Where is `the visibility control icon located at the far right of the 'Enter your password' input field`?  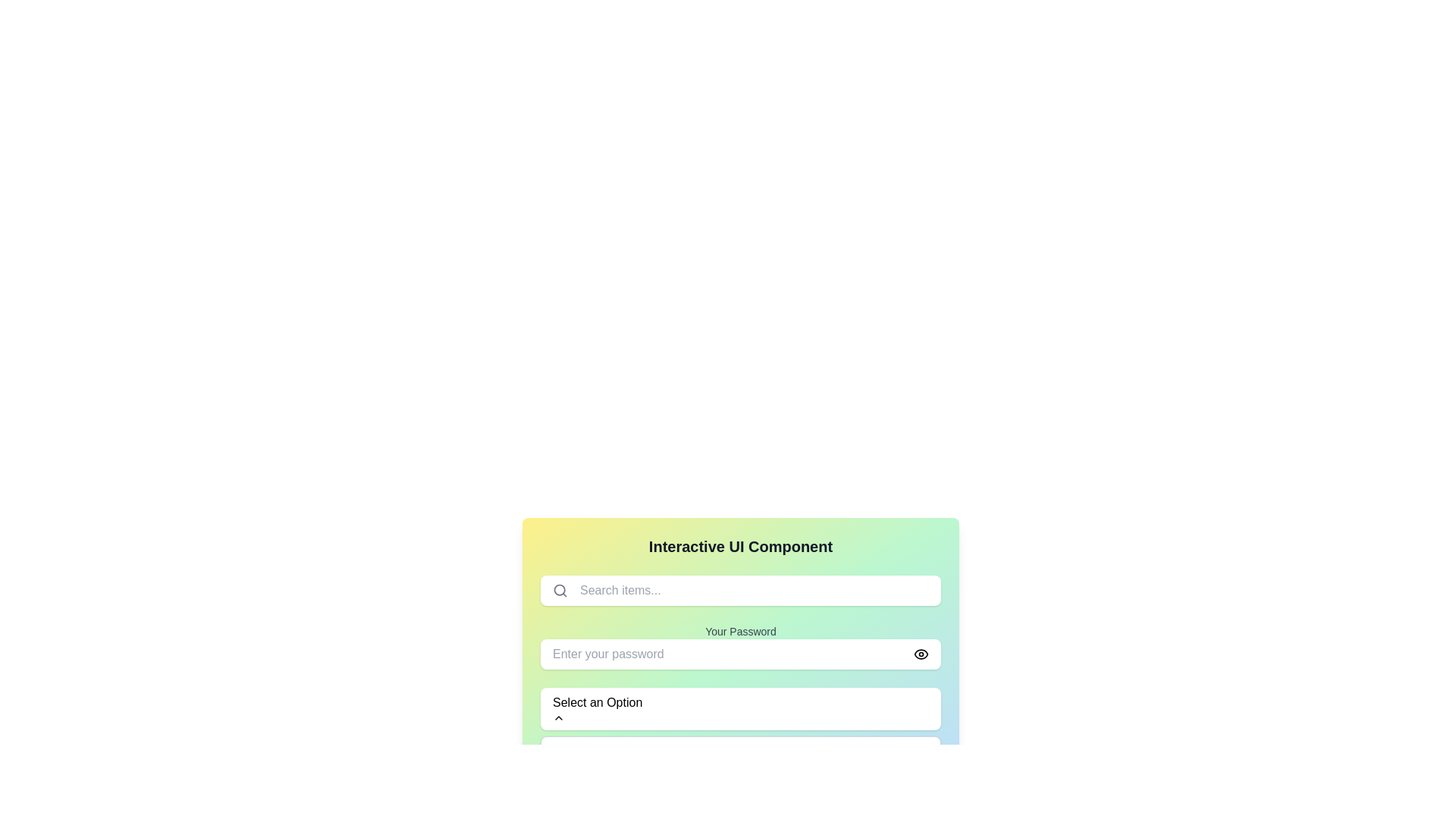
the visibility control icon located at the far right of the 'Enter your password' input field is located at coordinates (920, 654).